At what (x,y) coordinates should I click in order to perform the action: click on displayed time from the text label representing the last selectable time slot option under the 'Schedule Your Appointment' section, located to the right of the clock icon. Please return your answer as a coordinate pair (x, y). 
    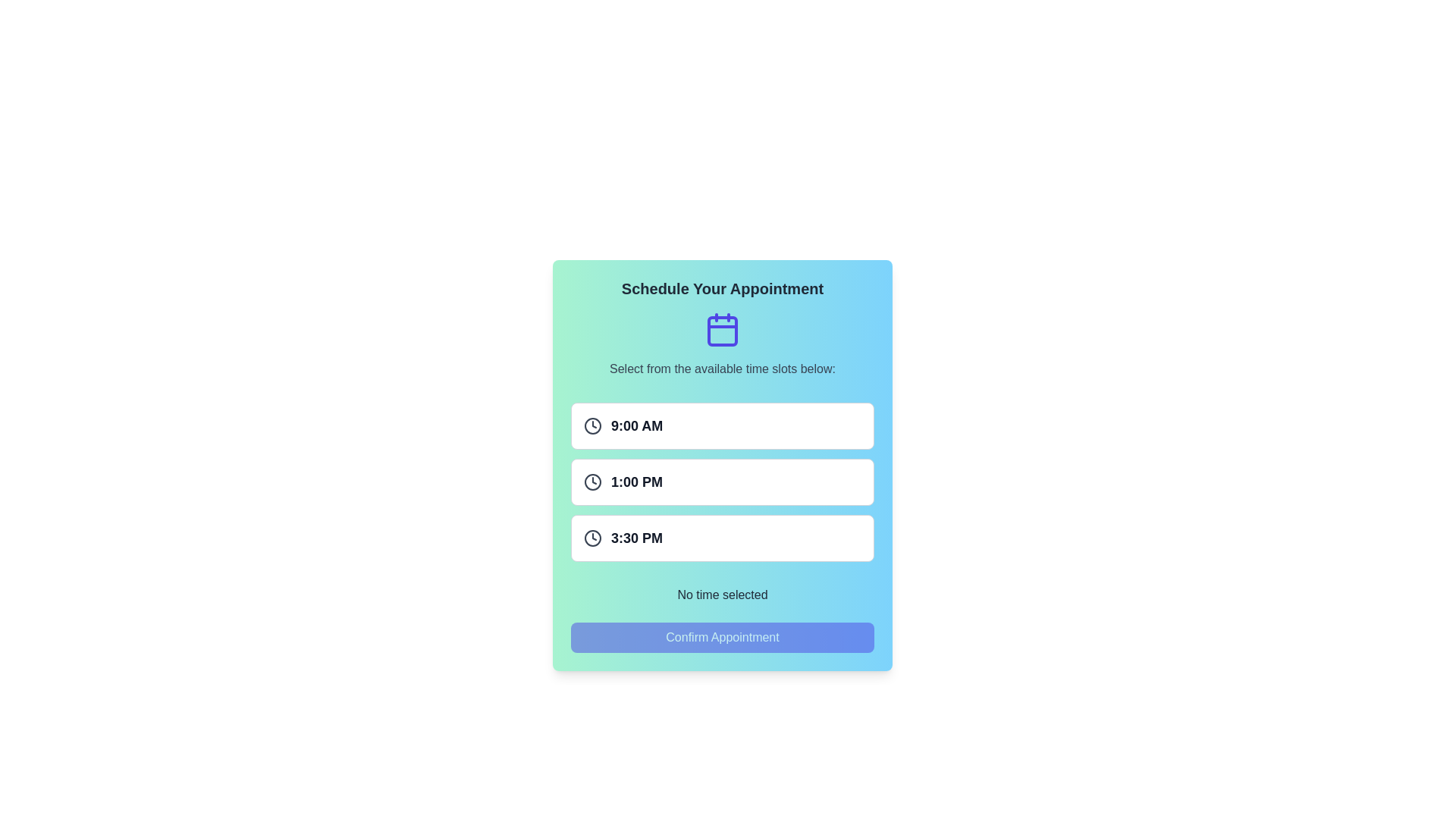
    Looking at the image, I should click on (637, 537).